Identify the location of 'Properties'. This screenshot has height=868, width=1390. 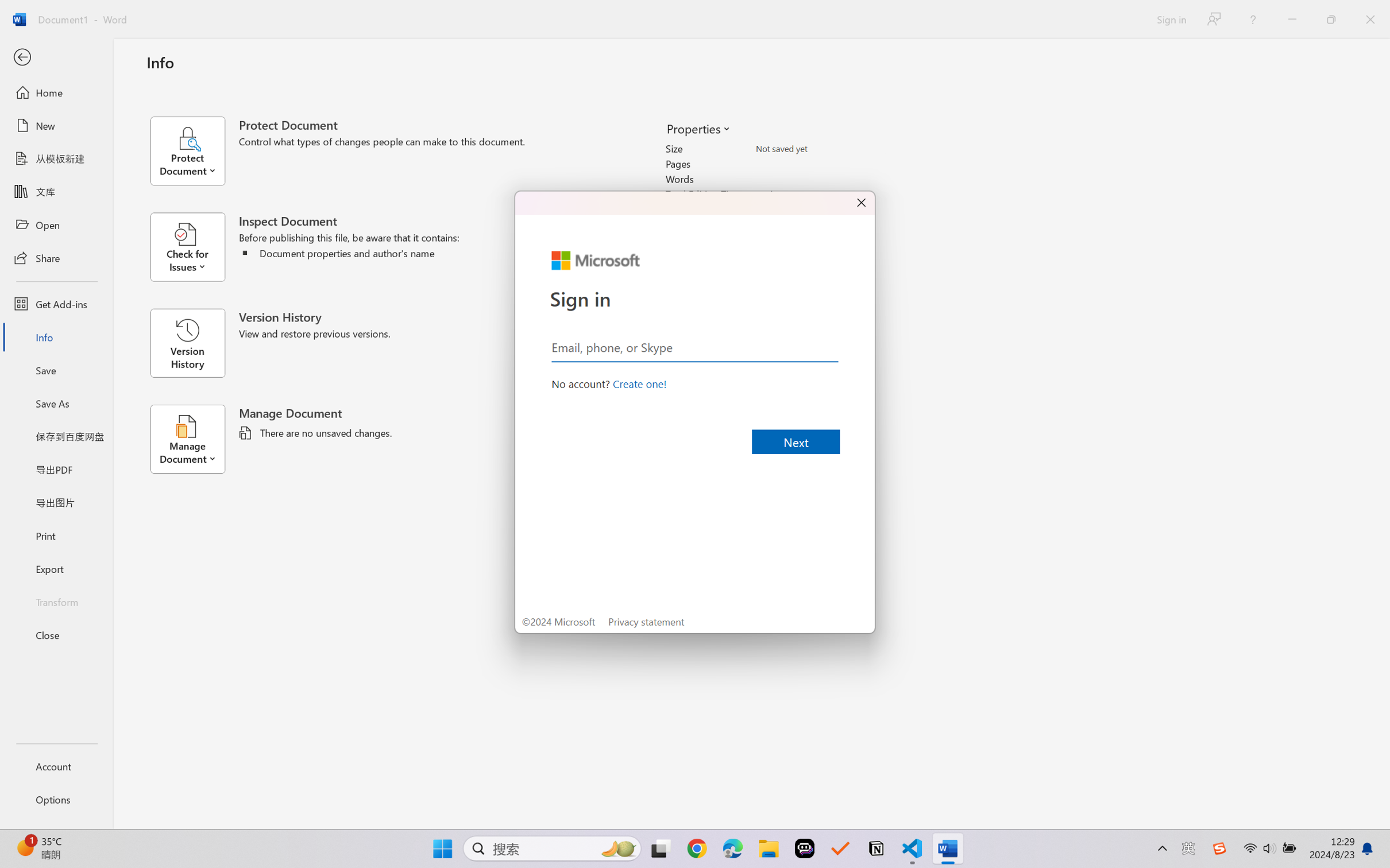
(697, 128).